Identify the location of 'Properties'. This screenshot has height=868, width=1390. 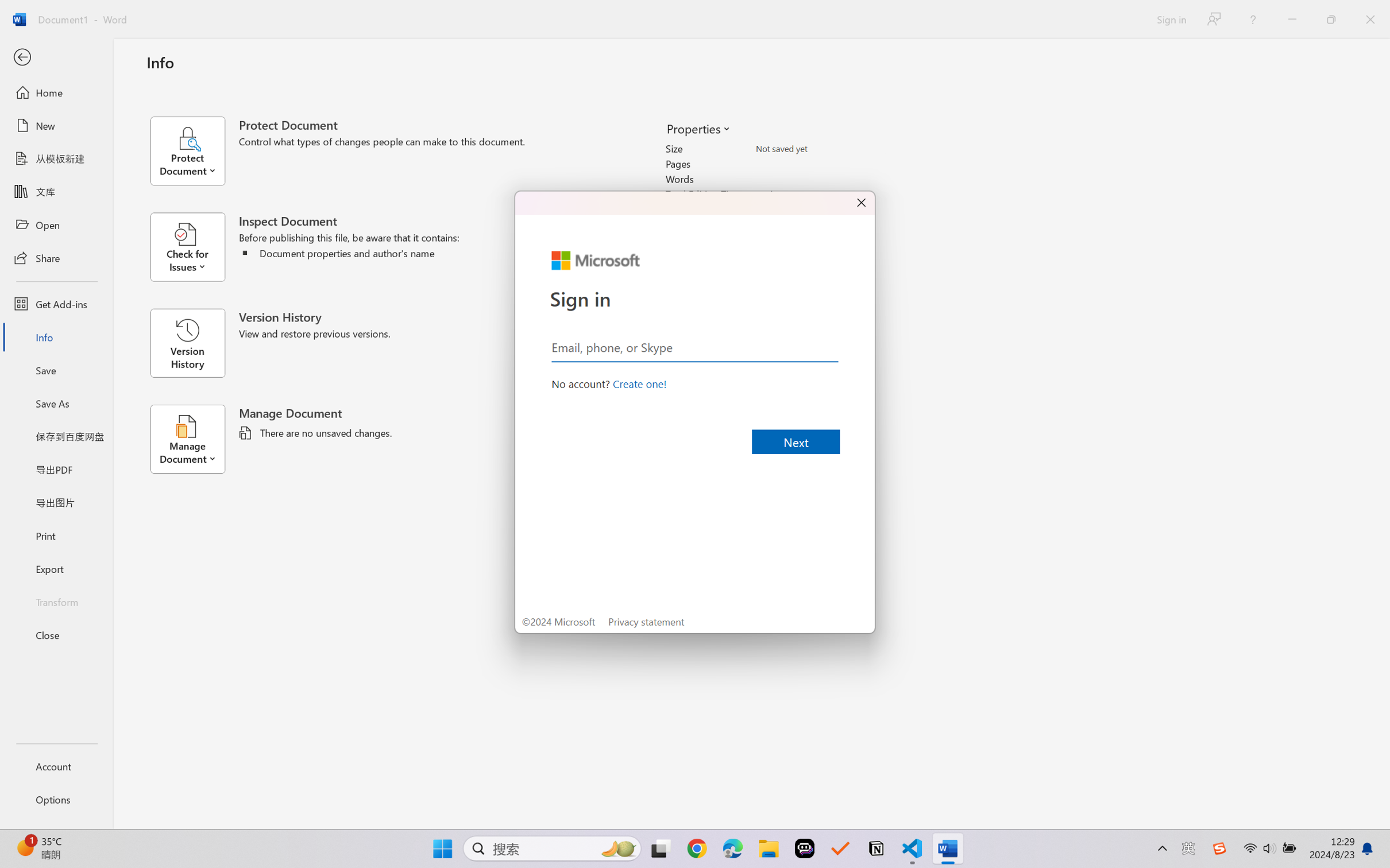
(697, 128).